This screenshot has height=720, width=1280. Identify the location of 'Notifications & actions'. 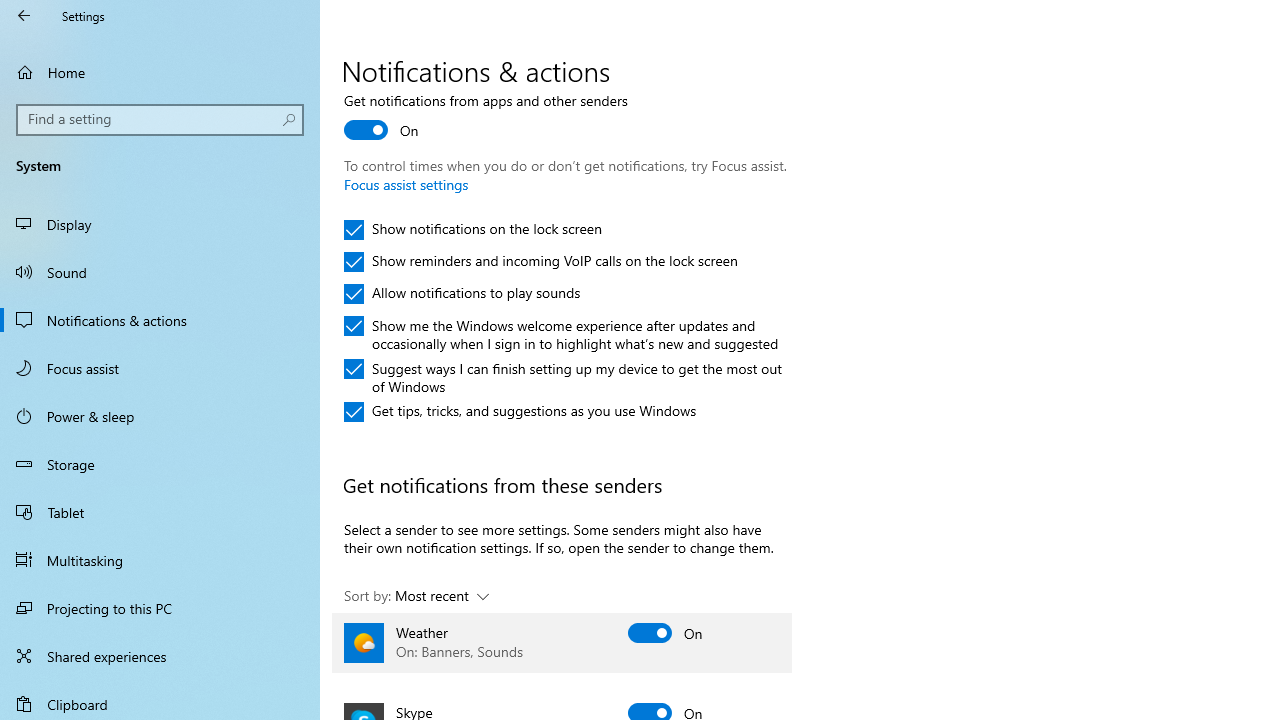
(160, 319).